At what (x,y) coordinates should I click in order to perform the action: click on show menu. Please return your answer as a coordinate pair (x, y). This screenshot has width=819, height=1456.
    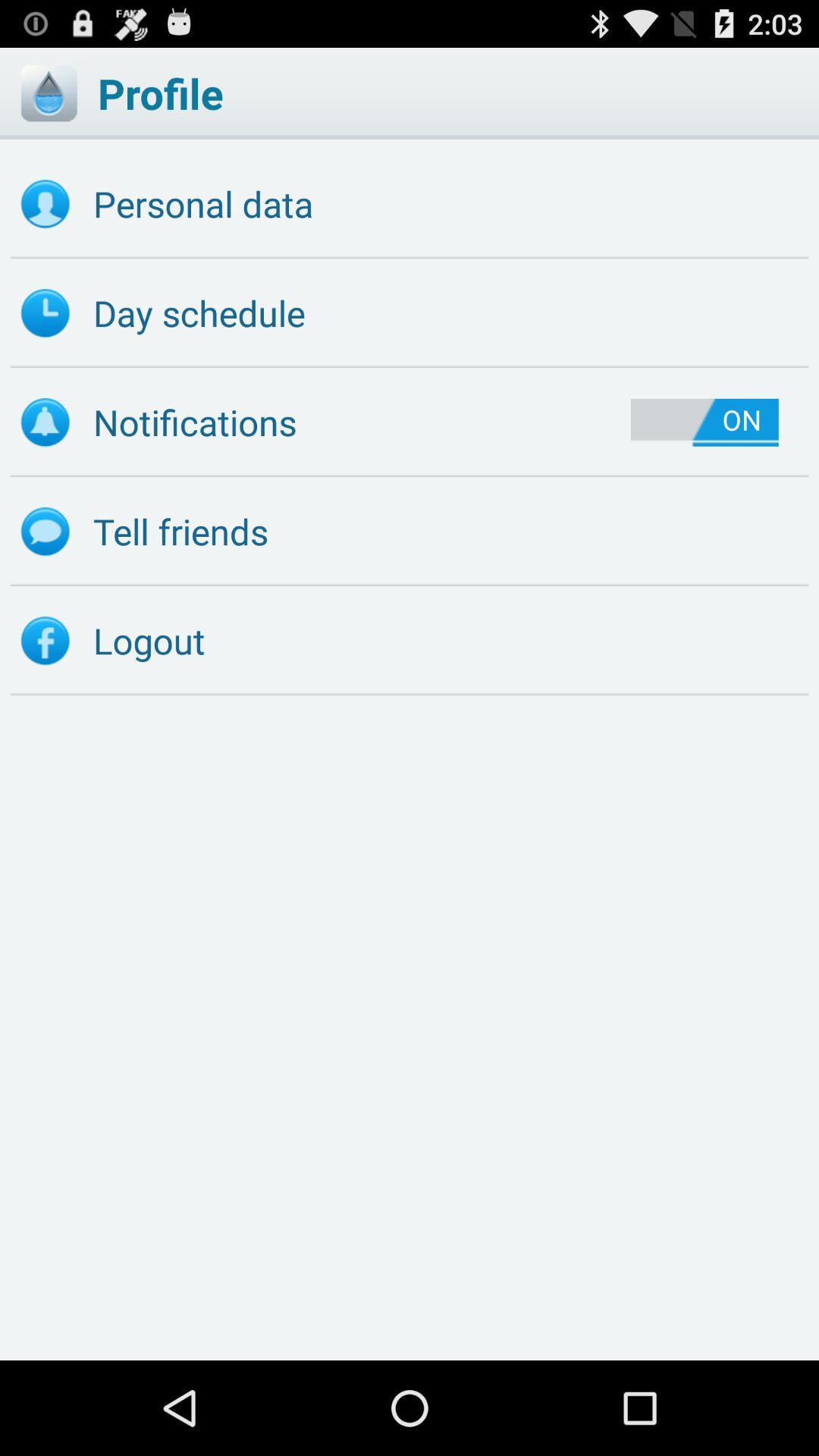
    Looking at the image, I should click on (48, 93).